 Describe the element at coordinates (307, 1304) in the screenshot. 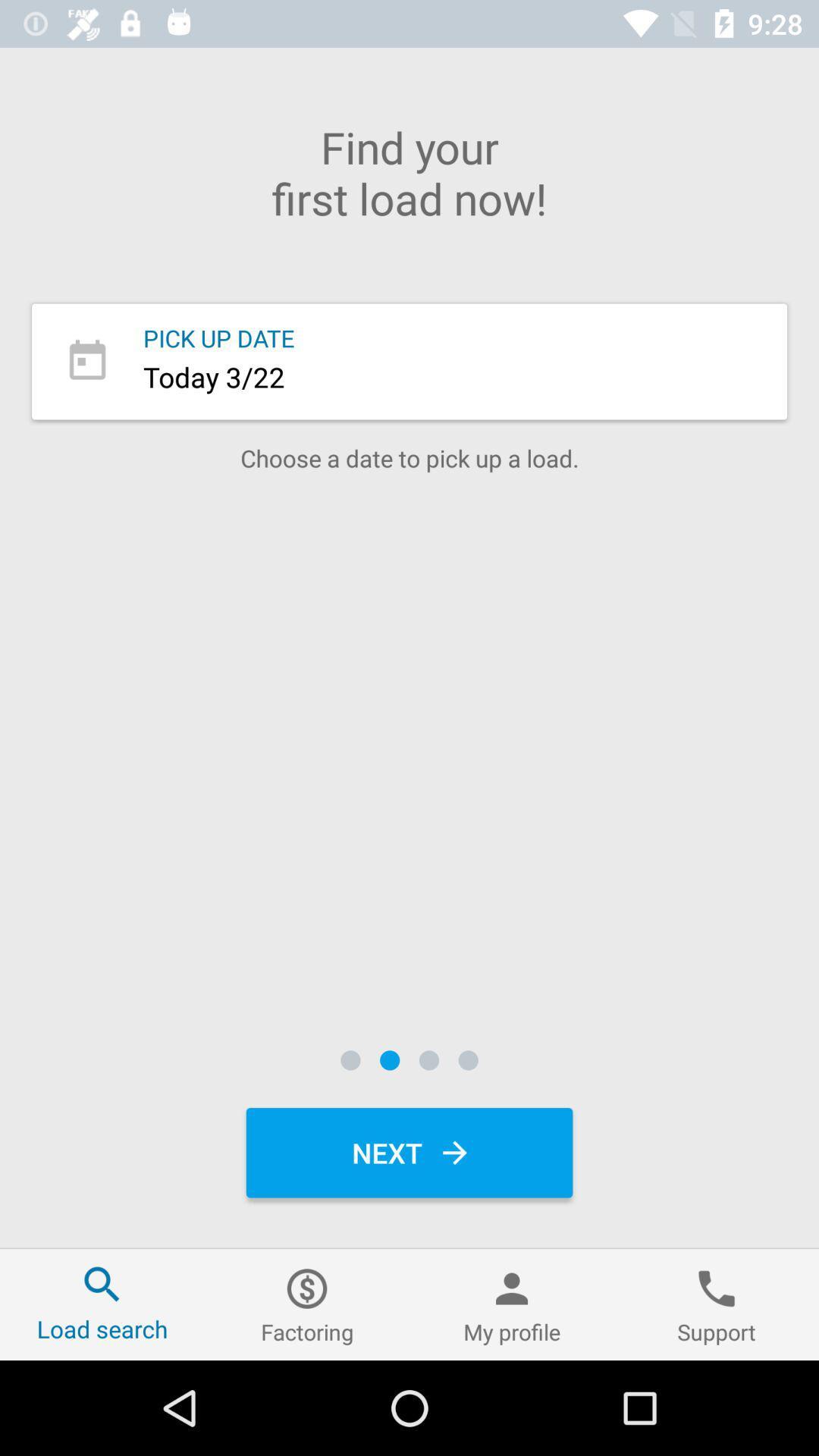

I see `the factoring item` at that location.